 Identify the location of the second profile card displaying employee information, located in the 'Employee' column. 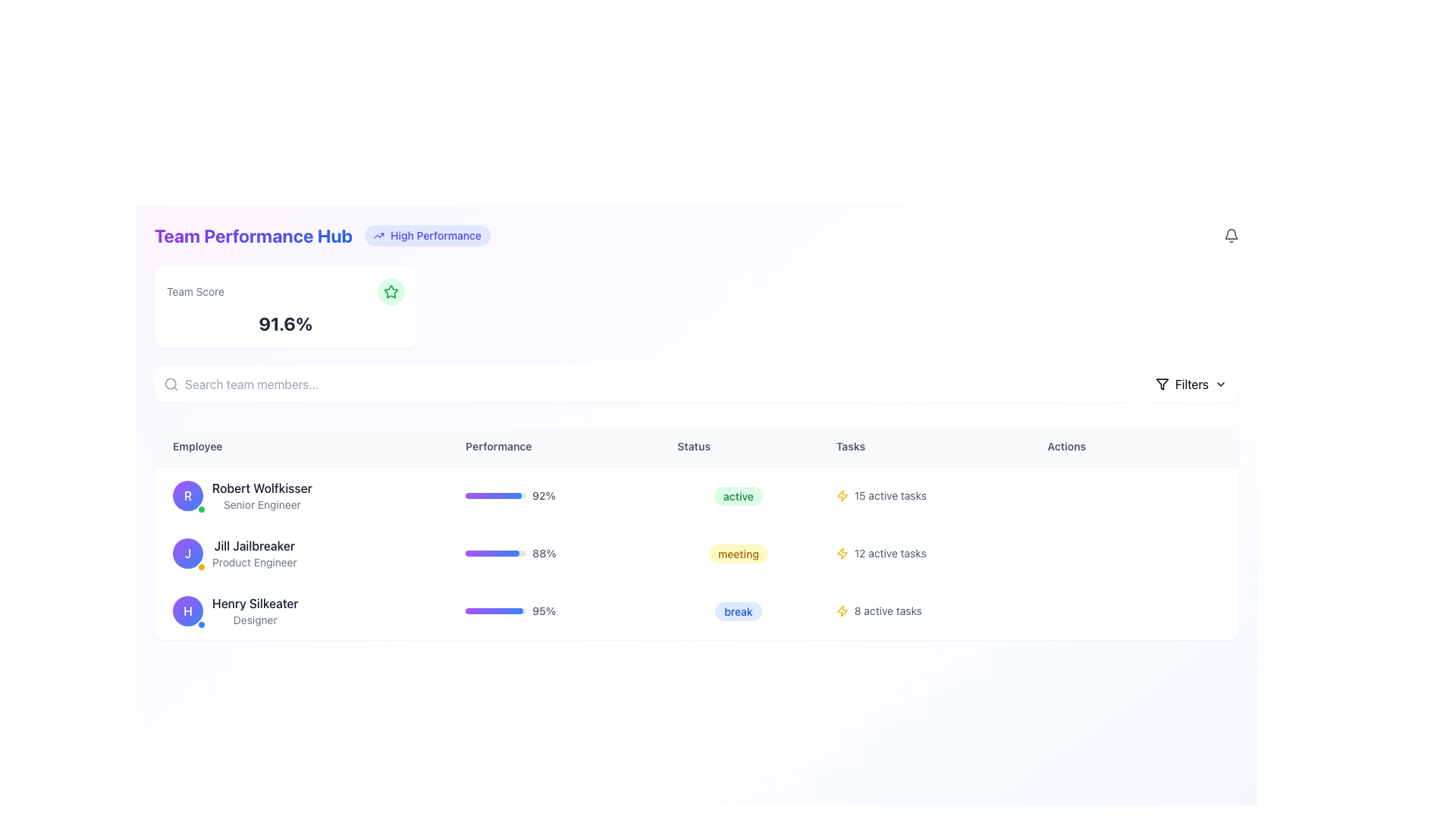
(301, 553).